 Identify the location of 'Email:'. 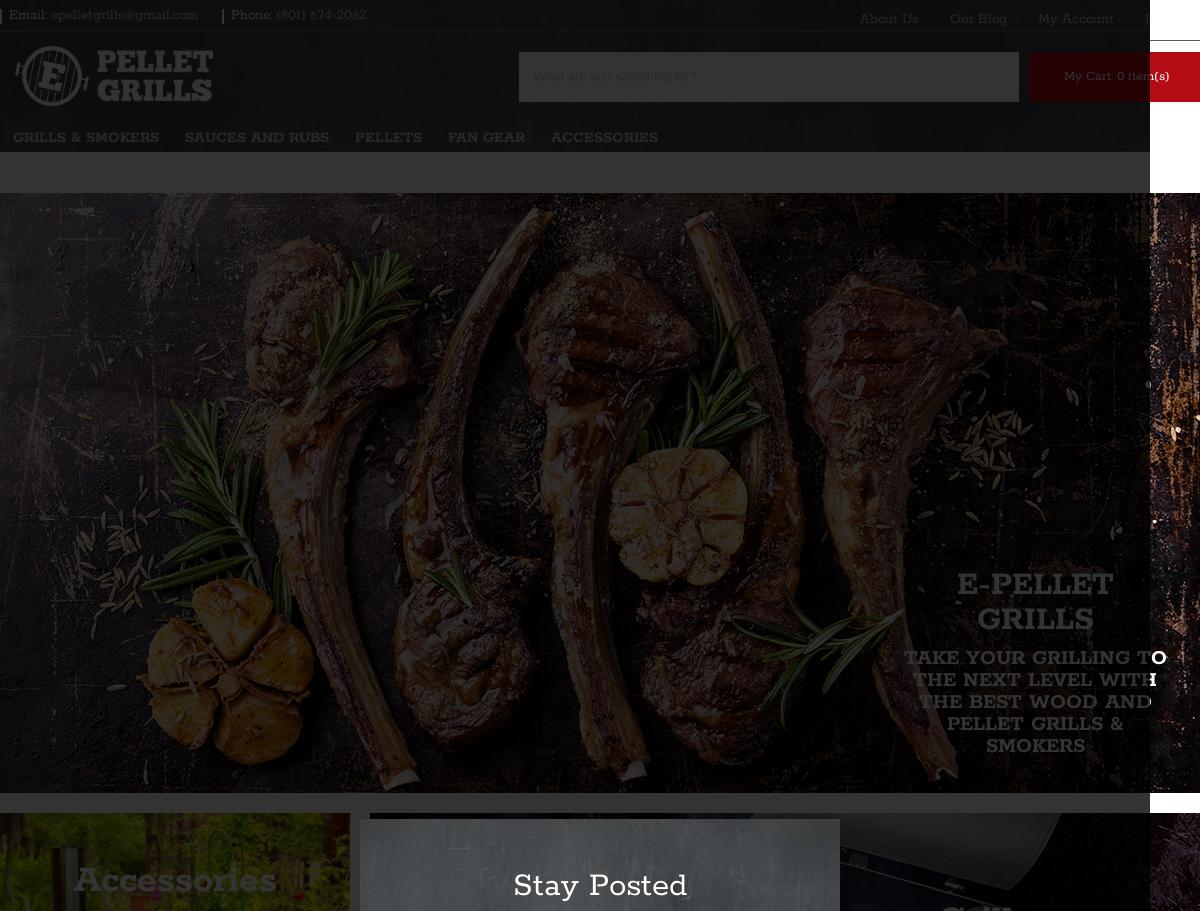
(27, 15).